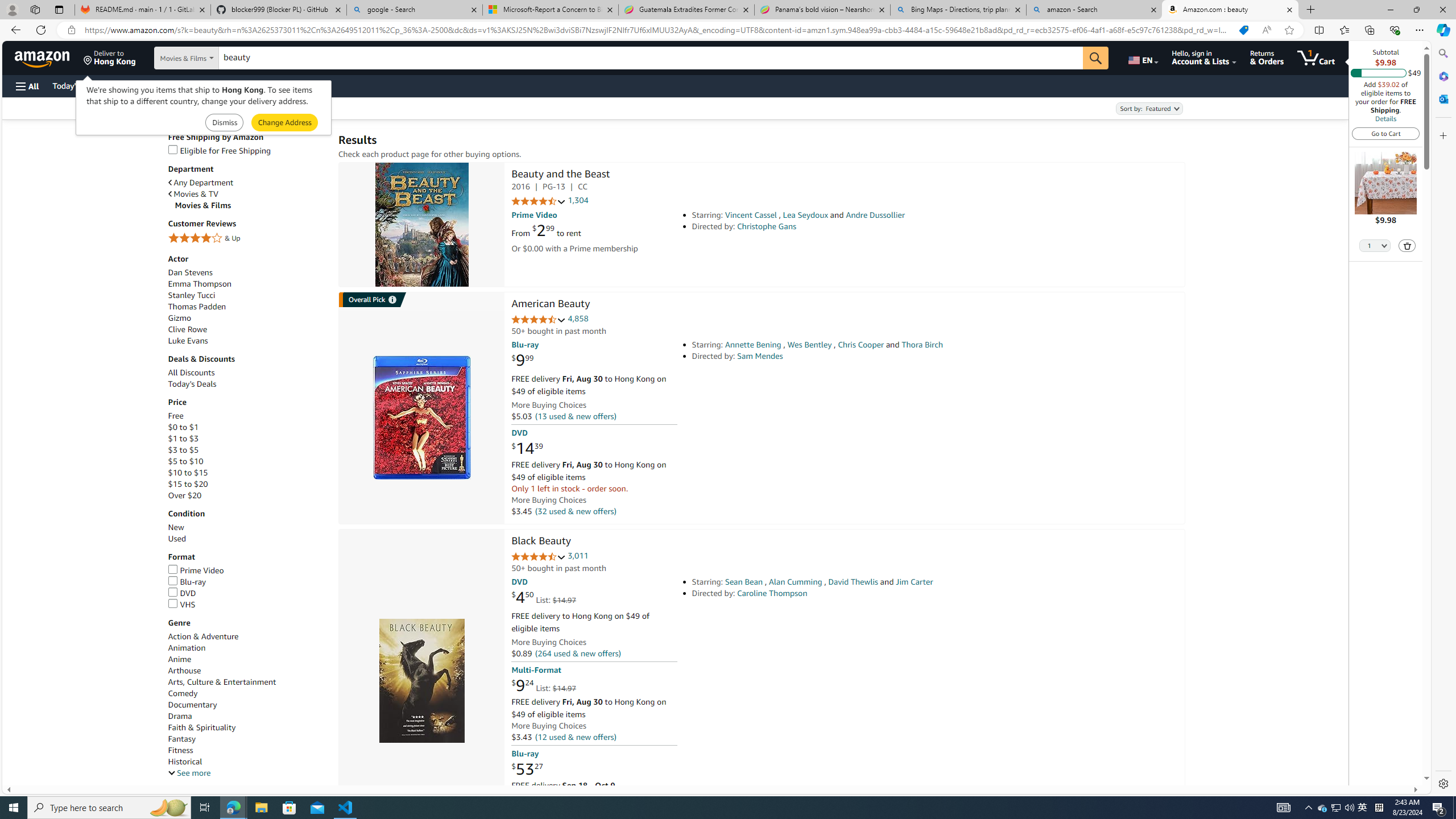  What do you see at coordinates (179, 318) in the screenshot?
I see `'Gizmo'` at bounding box center [179, 318].